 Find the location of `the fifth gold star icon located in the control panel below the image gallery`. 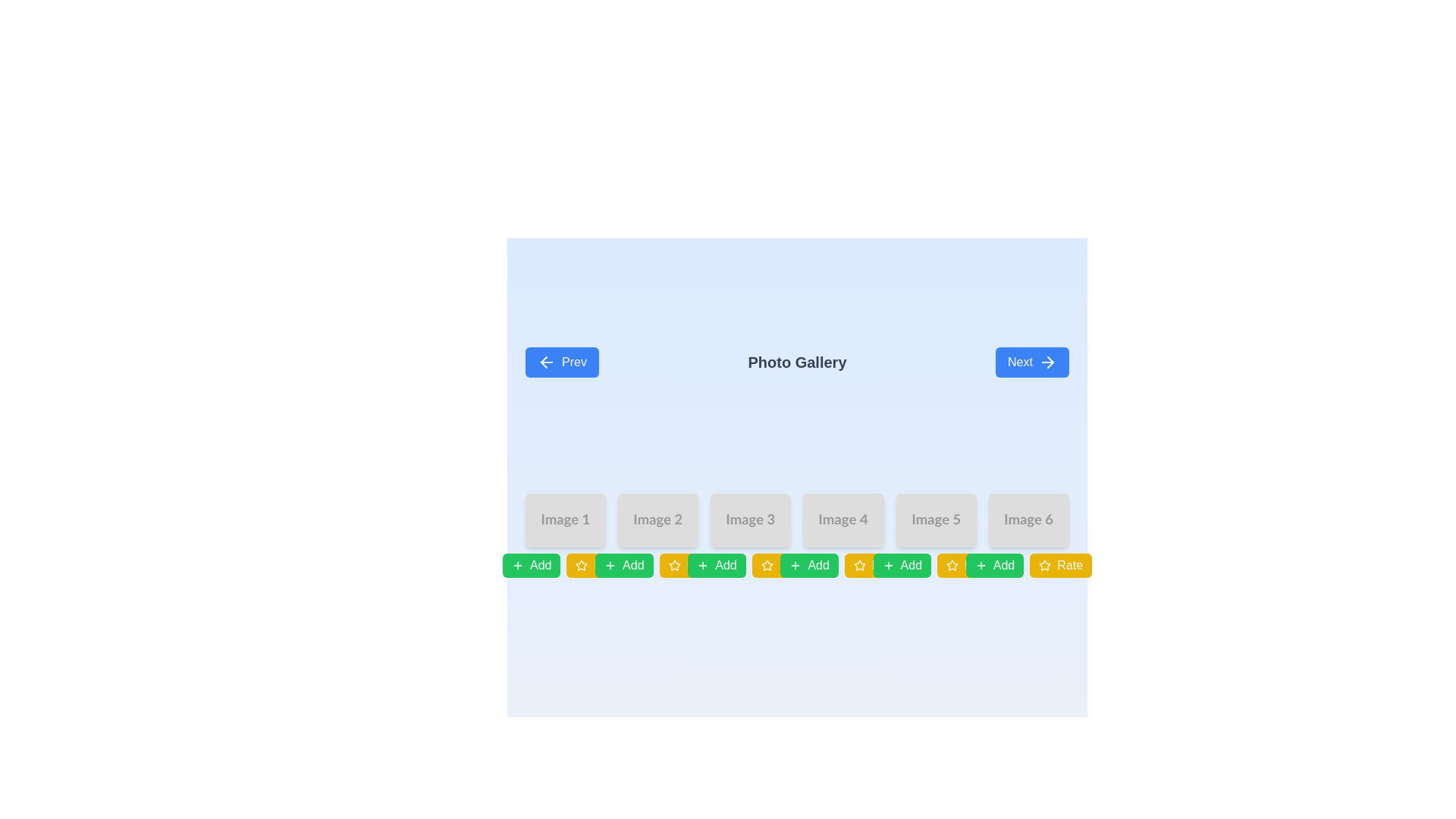

the fifth gold star icon located in the control panel below the image gallery is located at coordinates (1043, 564).